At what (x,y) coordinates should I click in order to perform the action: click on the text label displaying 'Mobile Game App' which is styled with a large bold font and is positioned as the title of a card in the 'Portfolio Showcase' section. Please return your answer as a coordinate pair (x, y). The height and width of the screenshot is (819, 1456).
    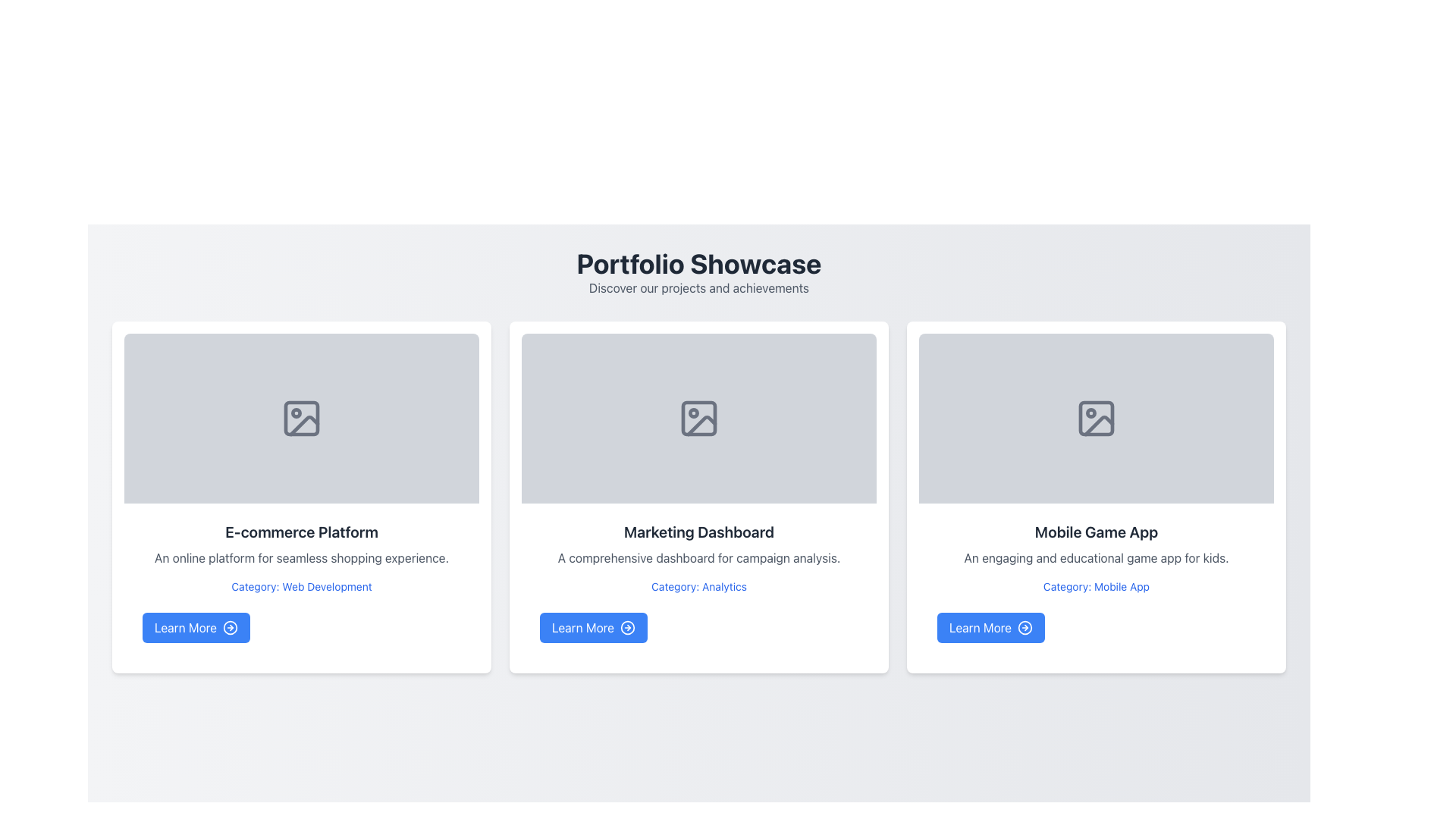
    Looking at the image, I should click on (1096, 532).